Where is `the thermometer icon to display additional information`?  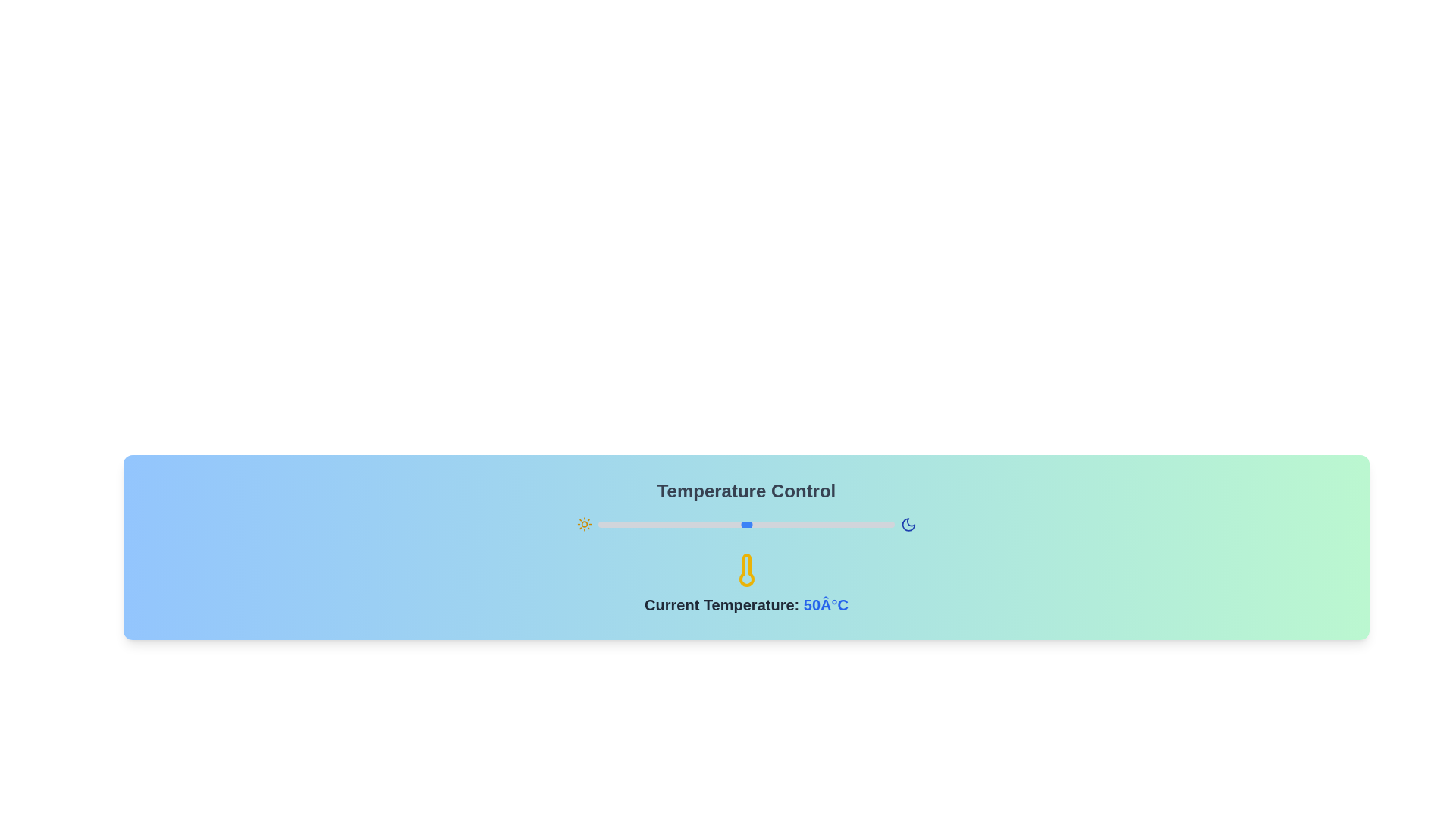 the thermometer icon to display additional information is located at coordinates (746, 570).